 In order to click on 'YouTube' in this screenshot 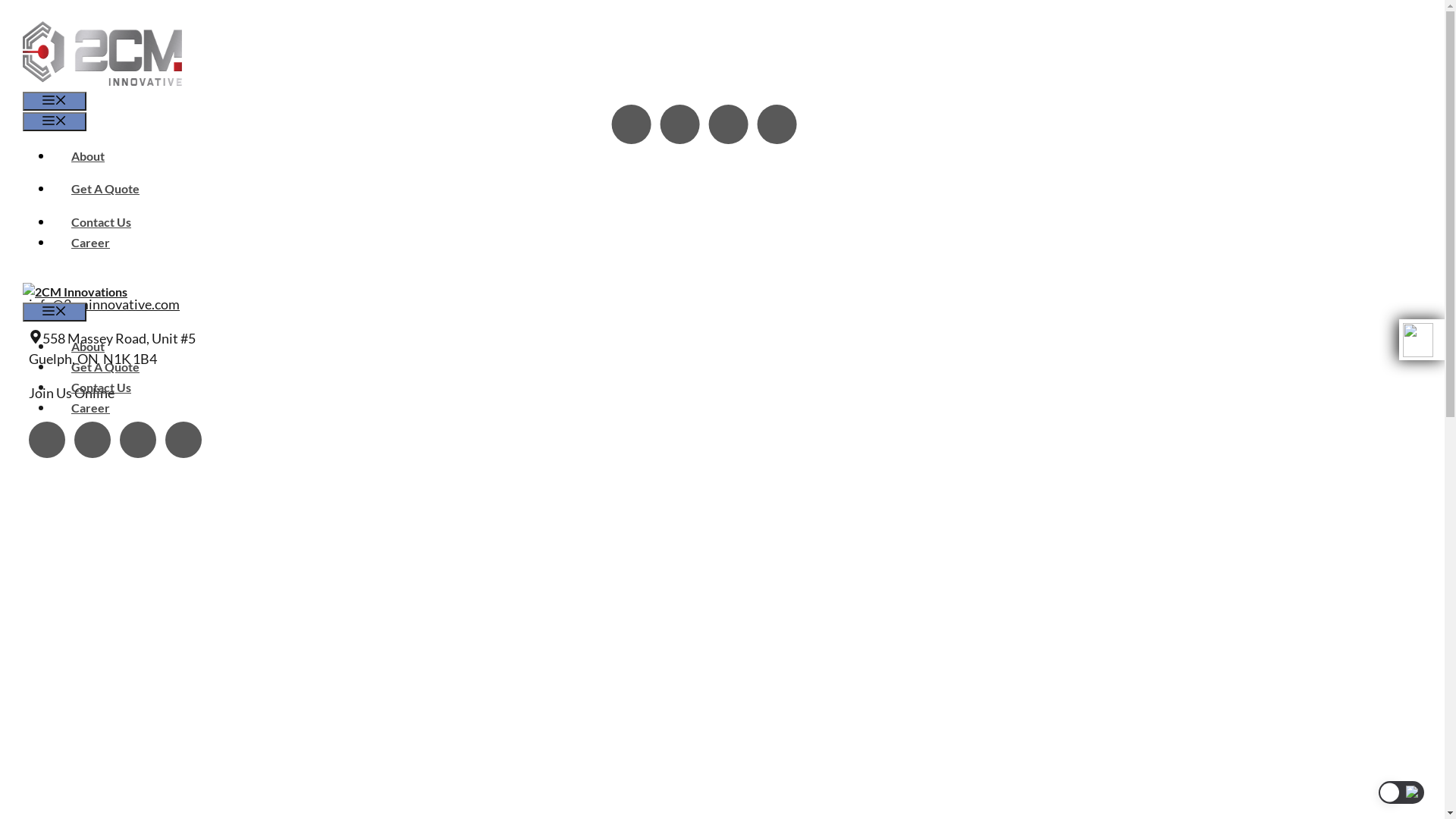, I will do `click(119, 439)`.